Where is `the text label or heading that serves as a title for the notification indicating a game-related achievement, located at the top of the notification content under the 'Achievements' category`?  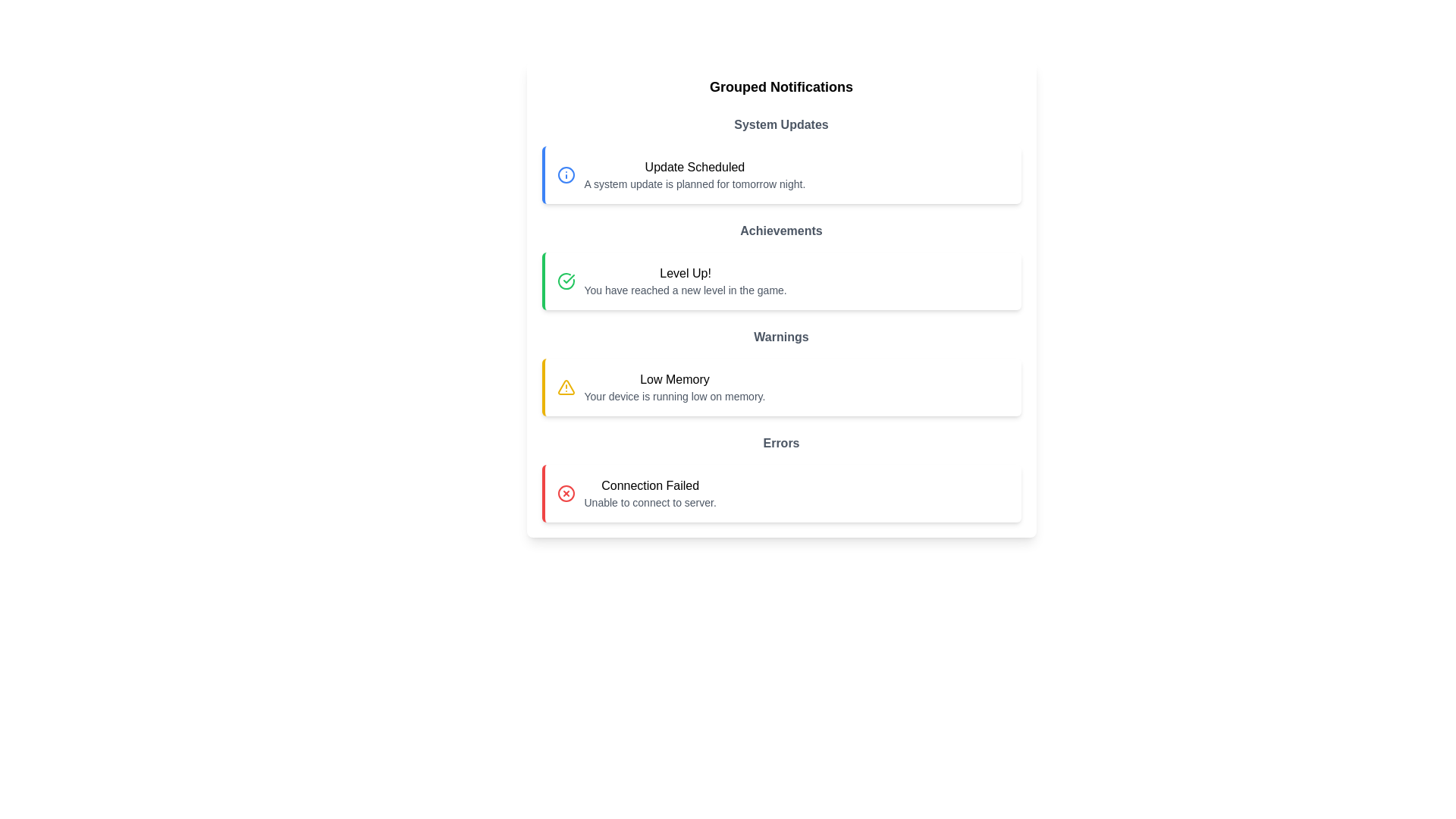
the text label or heading that serves as a title for the notification indicating a game-related achievement, located at the top of the notification content under the 'Achievements' category is located at coordinates (684, 274).